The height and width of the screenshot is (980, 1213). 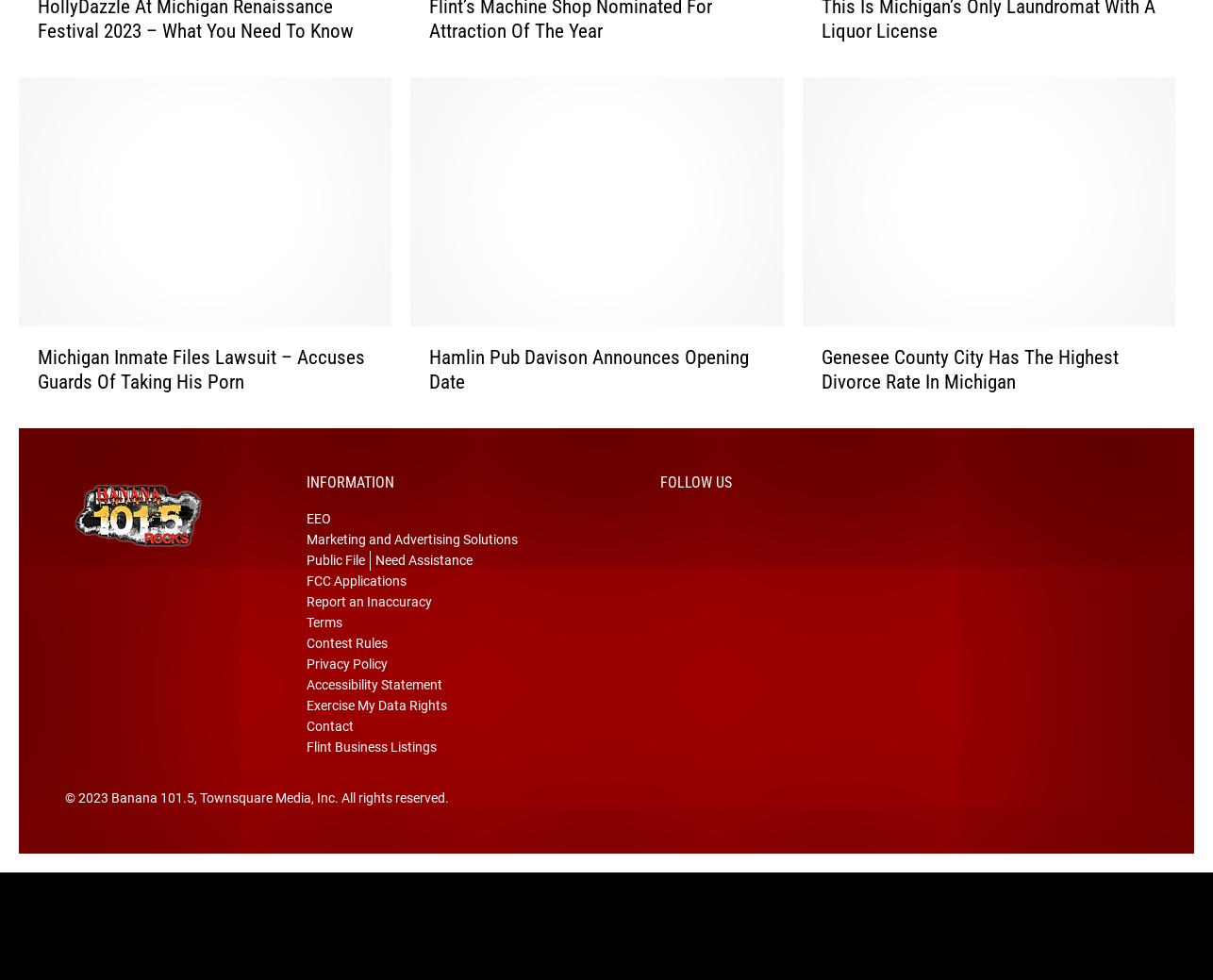 What do you see at coordinates (264, 822) in the screenshot?
I see `', Townsquare Media, Inc'` at bounding box center [264, 822].